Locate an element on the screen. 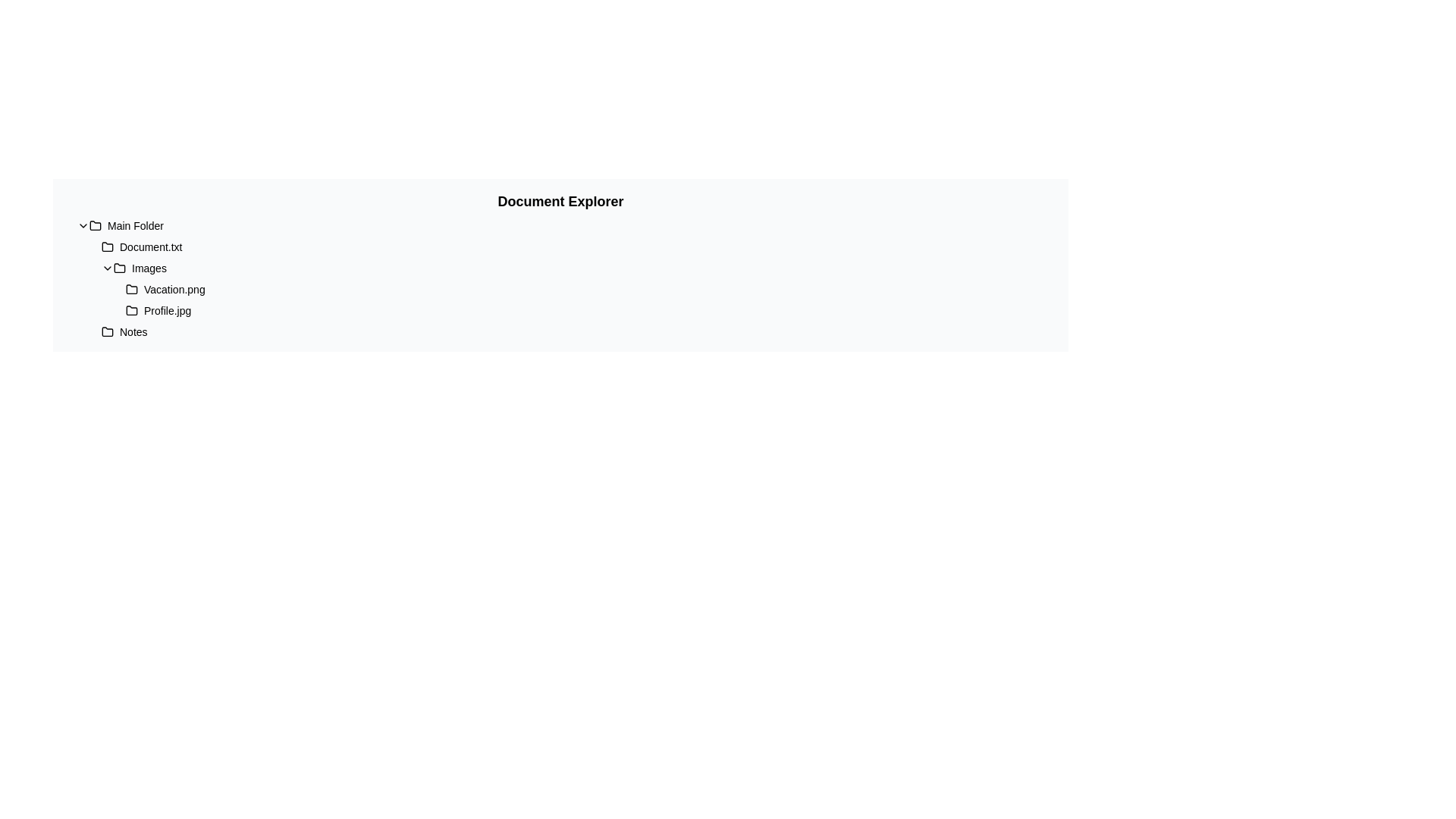  the small folder icon located to the left of the 'Main Folder' label in the hierarchical navigation list is located at coordinates (94, 225).